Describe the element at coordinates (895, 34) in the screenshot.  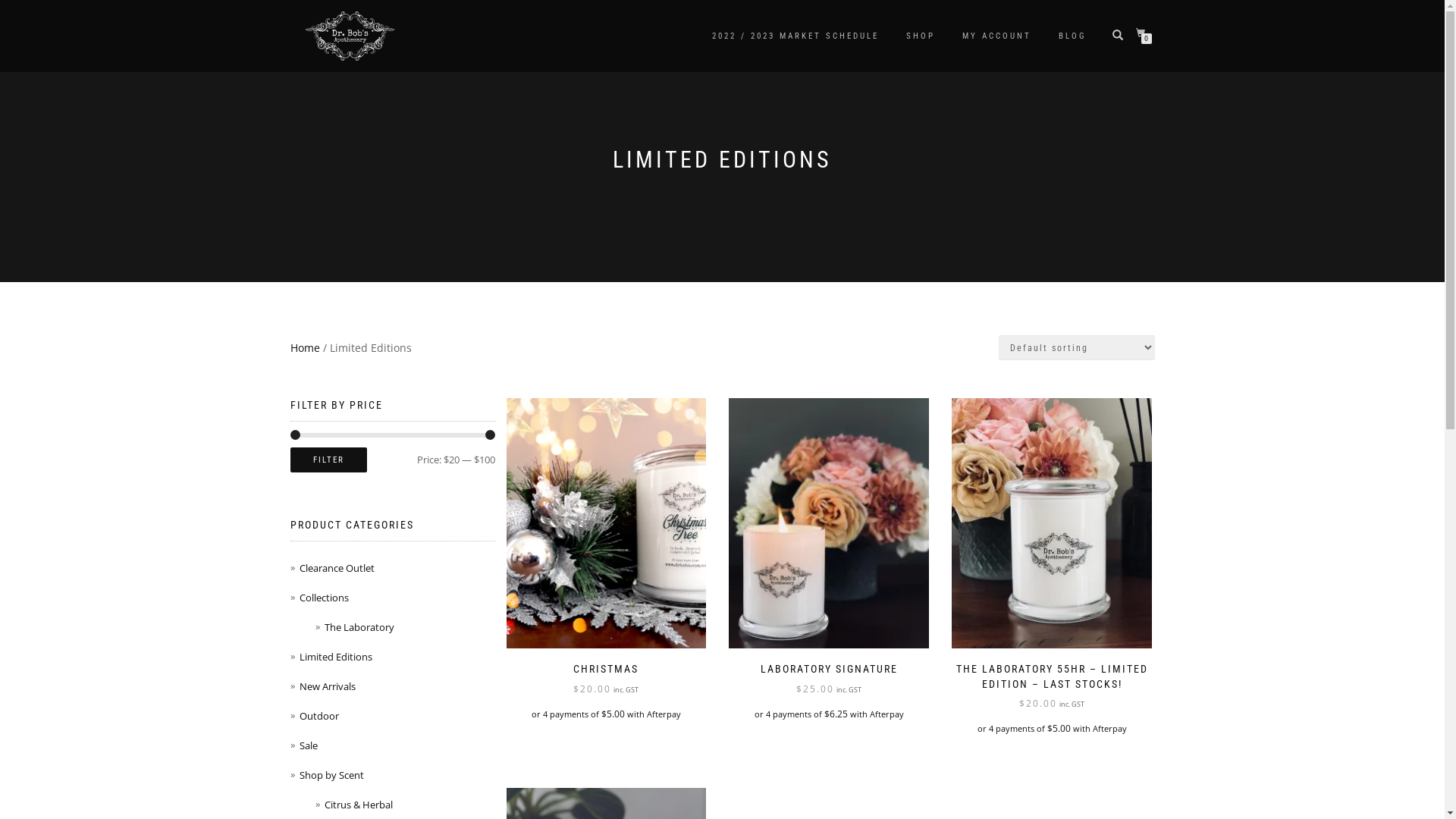
I see `'SHOP'` at that location.